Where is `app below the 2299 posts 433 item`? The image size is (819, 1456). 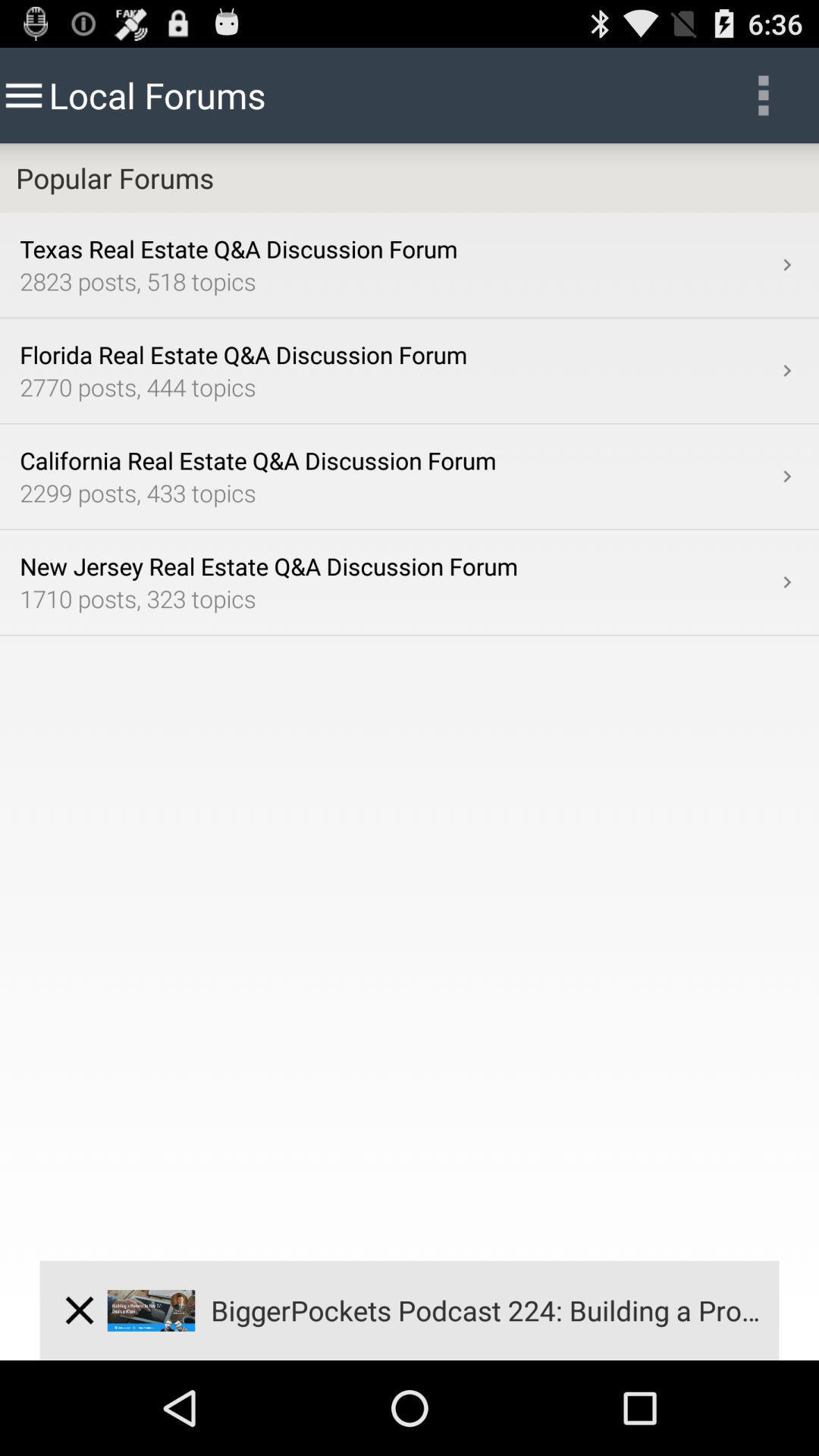
app below the 2299 posts 433 item is located at coordinates (397, 565).